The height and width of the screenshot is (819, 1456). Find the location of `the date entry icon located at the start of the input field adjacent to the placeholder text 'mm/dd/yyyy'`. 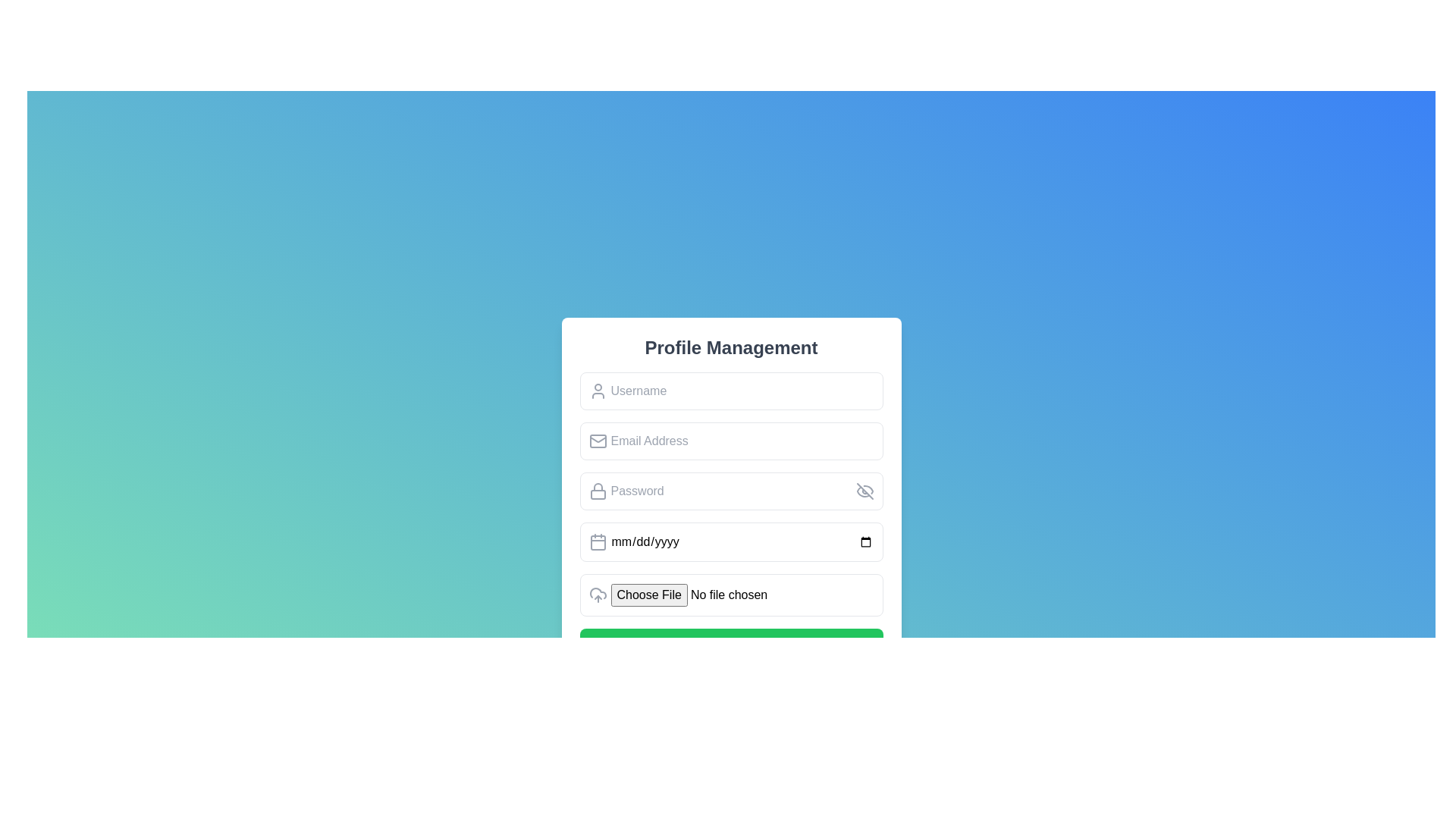

the date entry icon located at the start of the input field adjacent to the placeholder text 'mm/dd/yyyy' is located at coordinates (597, 541).